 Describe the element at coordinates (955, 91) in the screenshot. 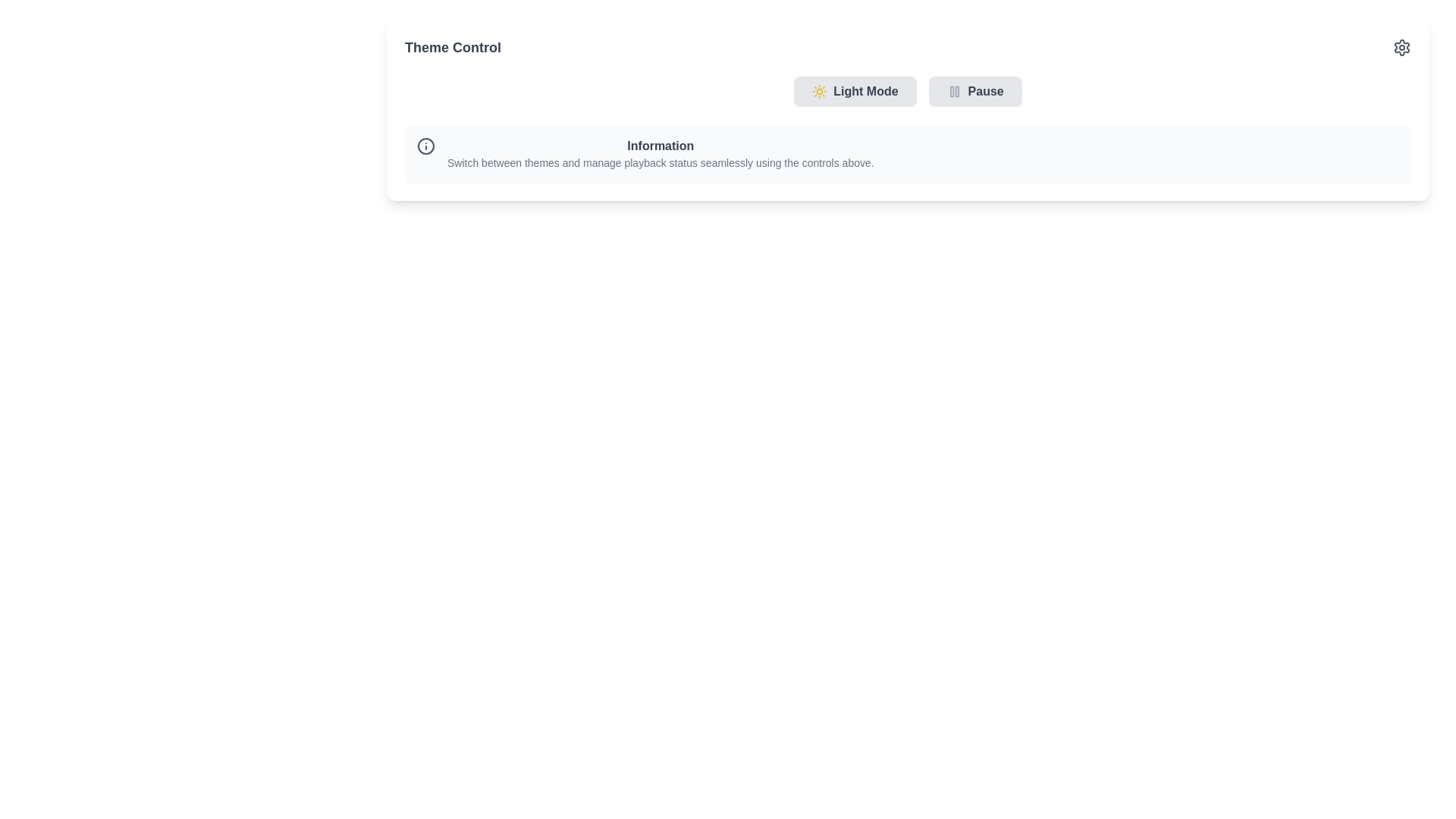

I see `the right vertical bar of the pause icon, which is part of the two-bar configuration that visually represents the pause symbol, located to the right of the 'Light Mode' button` at that location.